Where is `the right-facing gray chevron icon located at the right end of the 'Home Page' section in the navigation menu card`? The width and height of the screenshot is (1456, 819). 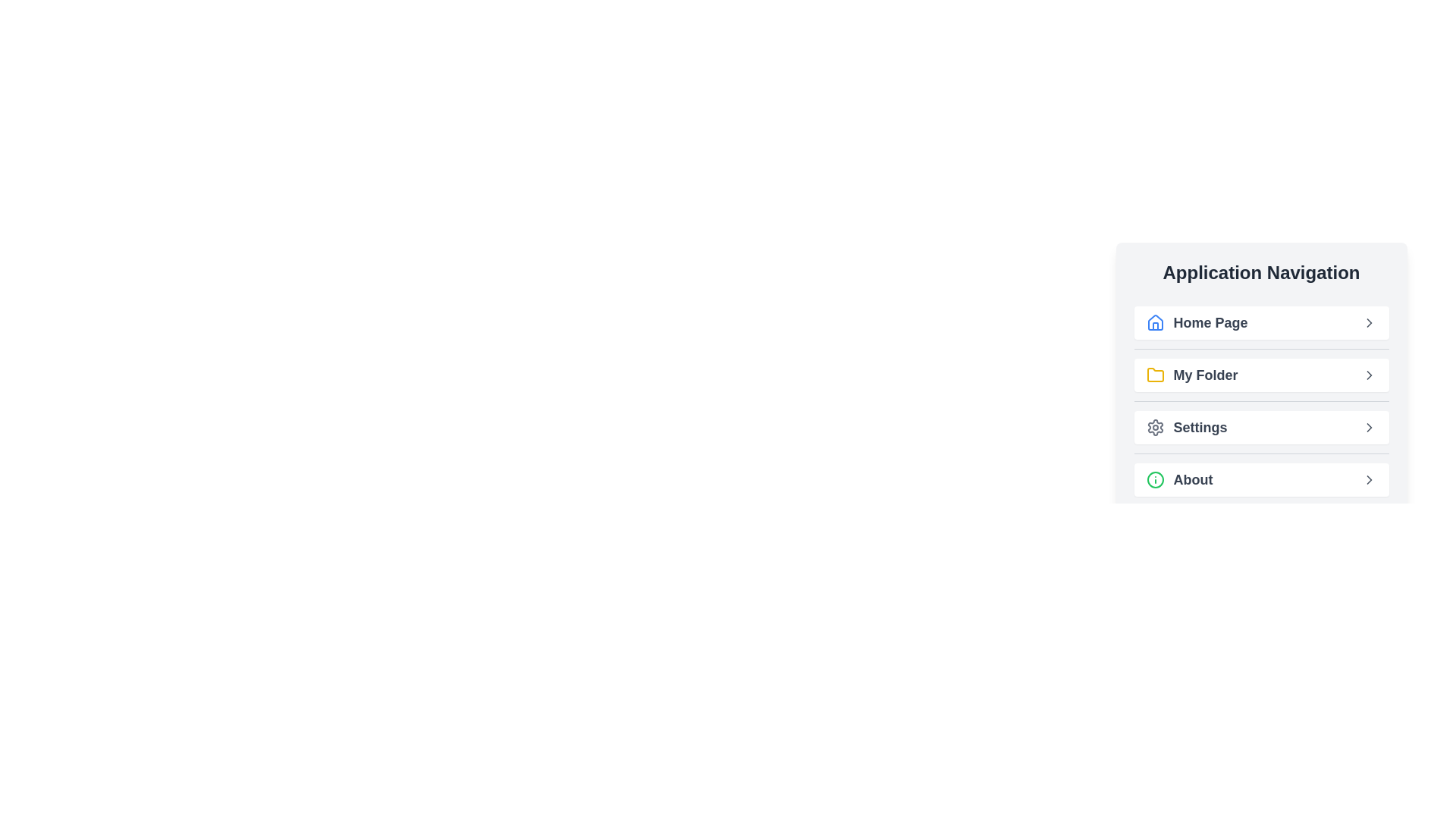 the right-facing gray chevron icon located at the right end of the 'Home Page' section in the navigation menu card is located at coordinates (1369, 322).